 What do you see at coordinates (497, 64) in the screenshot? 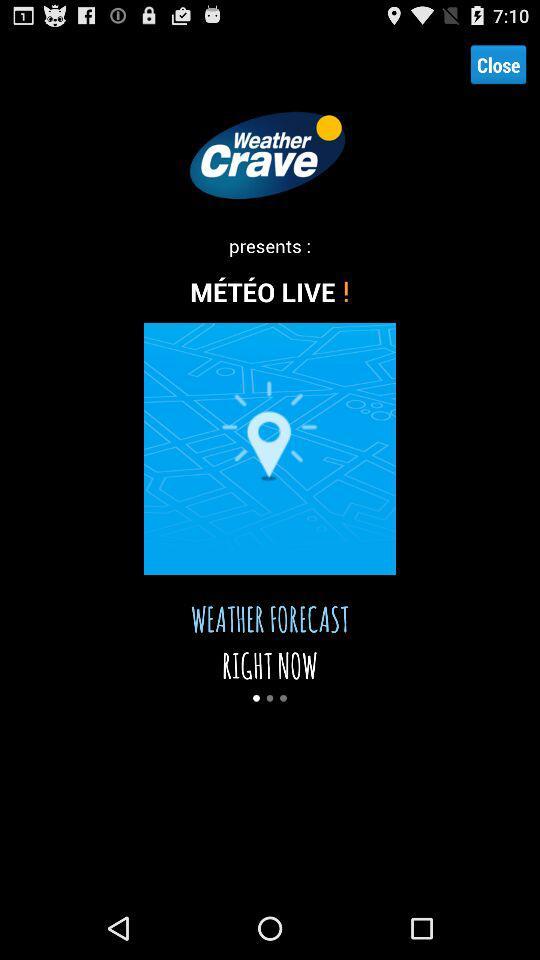
I see `the close` at bounding box center [497, 64].